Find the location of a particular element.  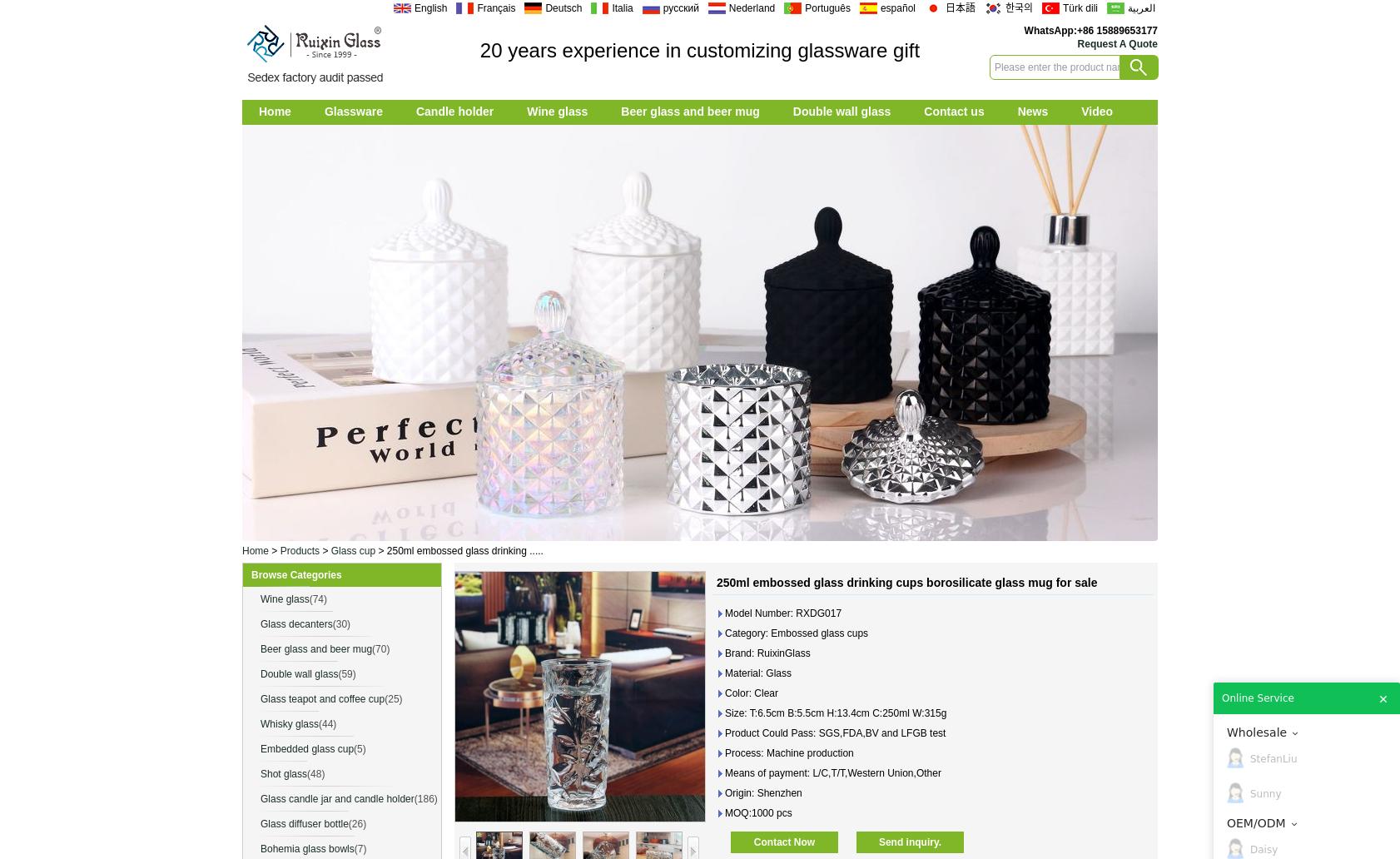

'(7)' is located at coordinates (360, 848).